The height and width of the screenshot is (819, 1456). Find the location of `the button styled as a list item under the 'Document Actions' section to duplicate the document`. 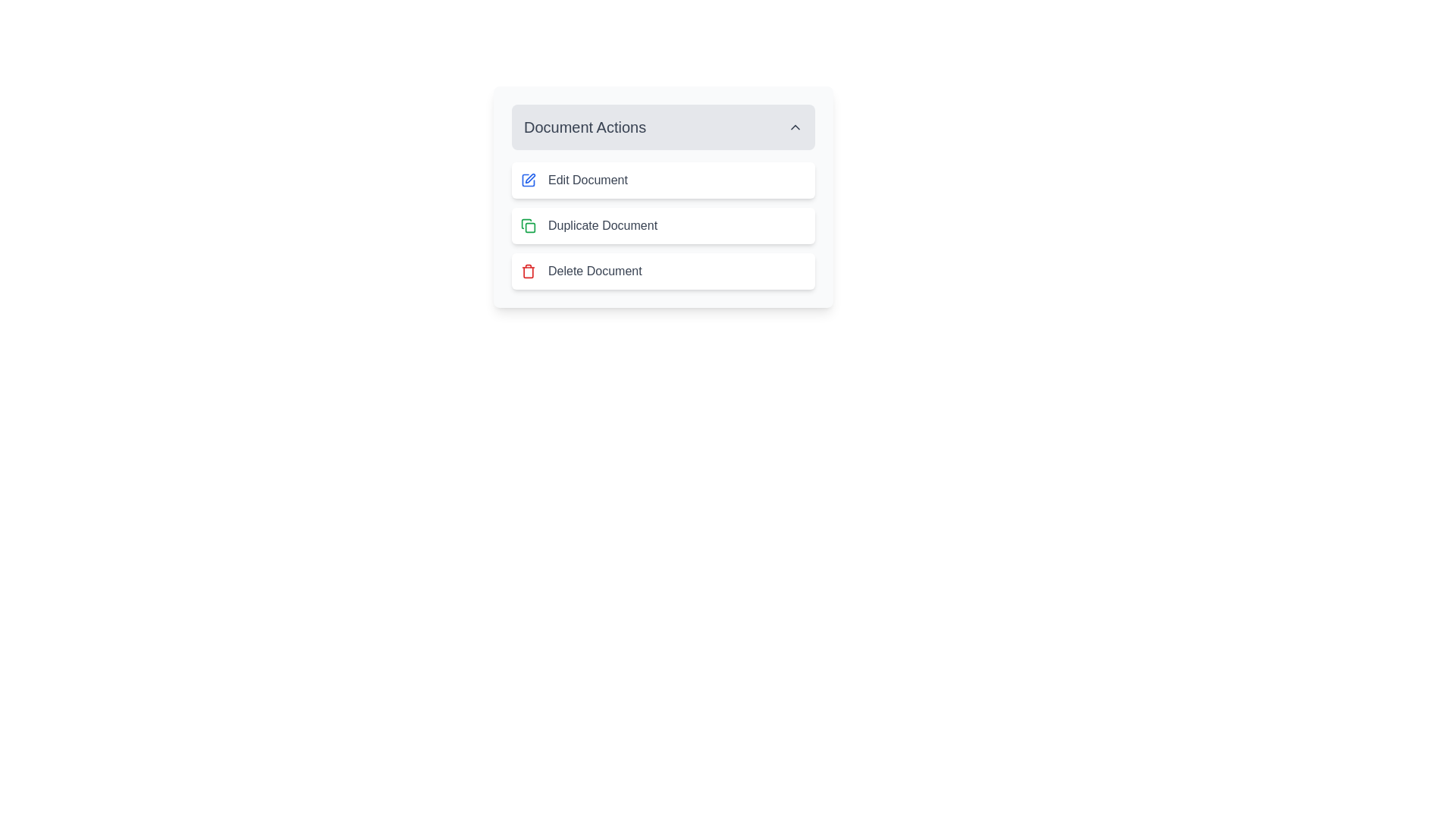

the button styled as a list item under the 'Document Actions' section to duplicate the document is located at coordinates (663, 225).